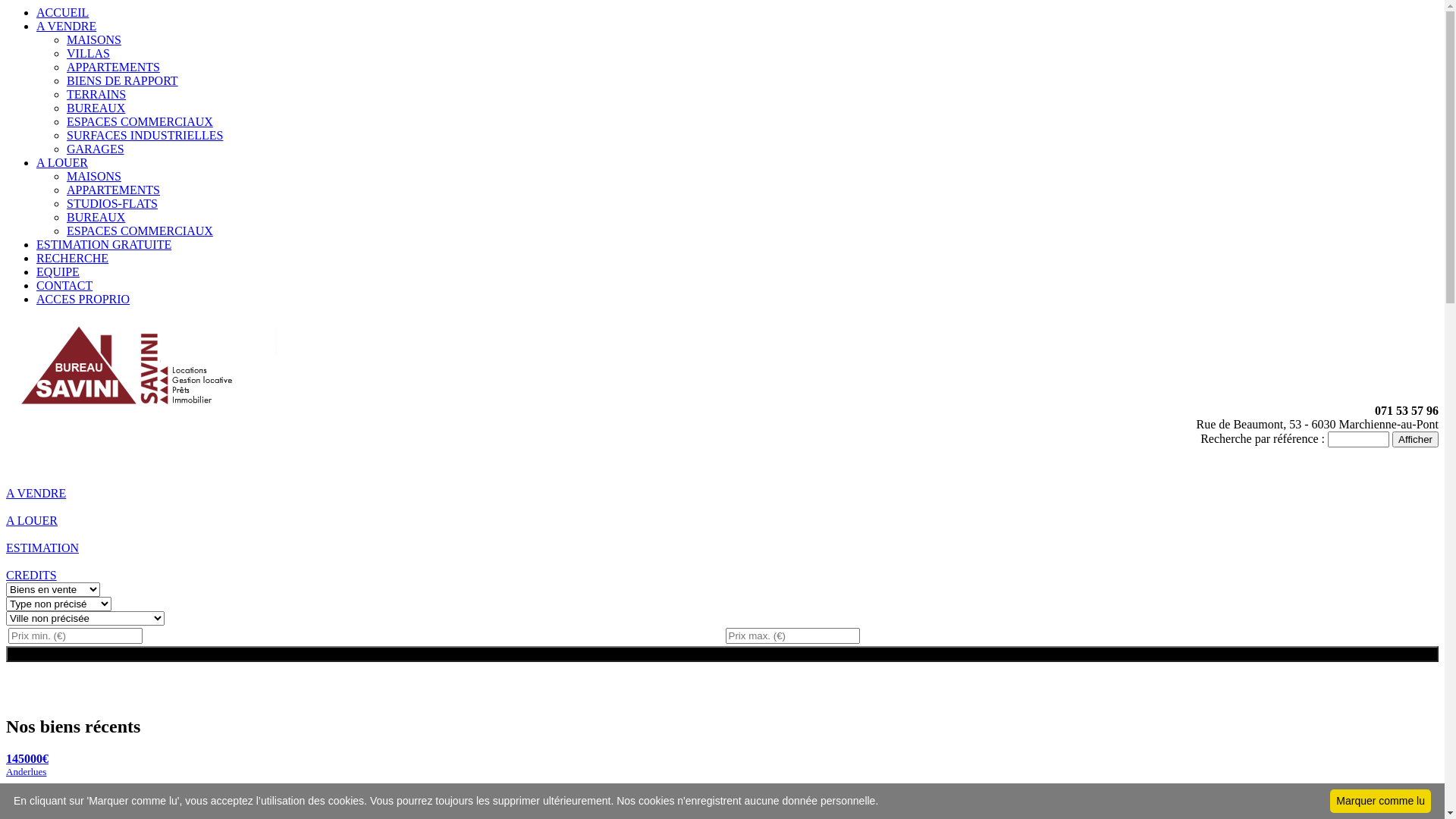  What do you see at coordinates (65, 80) in the screenshot?
I see `'BIENS DE RAPPORT'` at bounding box center [65, 80].